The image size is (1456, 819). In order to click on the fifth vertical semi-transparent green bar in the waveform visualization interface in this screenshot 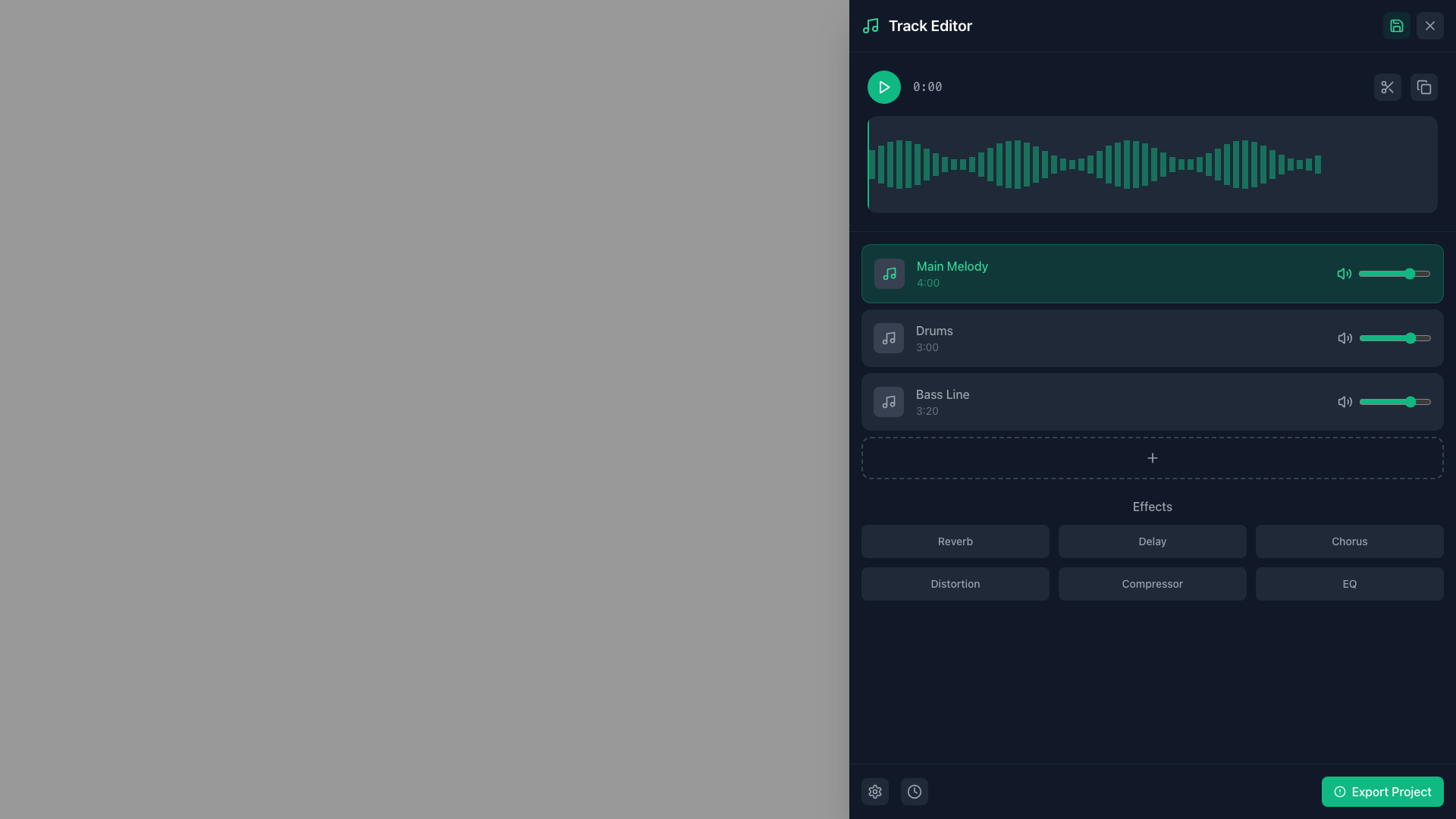, I will do `click(908, 164)`.